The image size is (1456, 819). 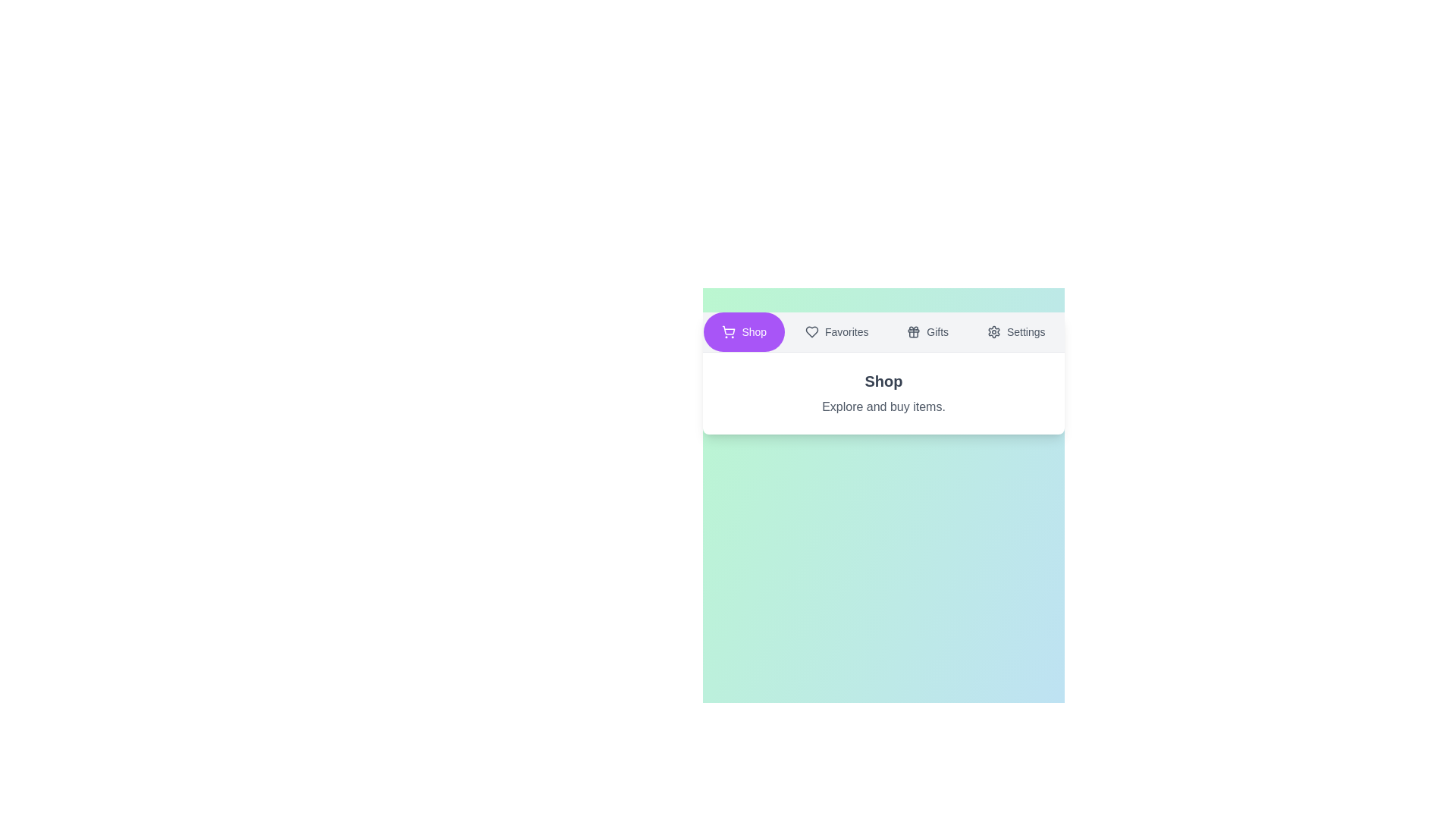 I want to click on the Shop tab by clicking its button, so click(x=744, y=331).